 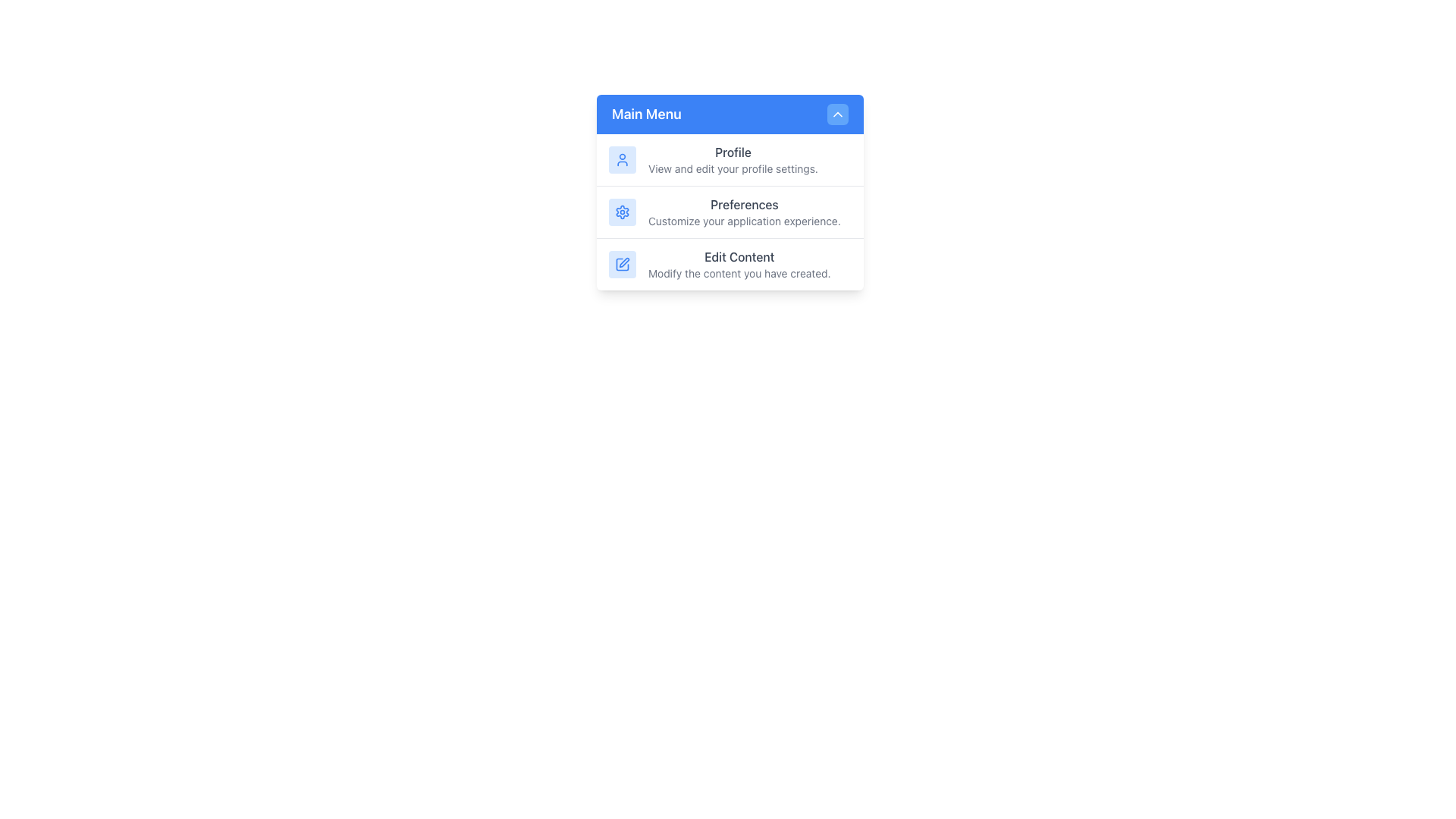 What do you see at coordinates (730, 263) in the screenshot?
I see `the 'Edit Content' menu item in the dropdown list` at bounding box center [730, 263].